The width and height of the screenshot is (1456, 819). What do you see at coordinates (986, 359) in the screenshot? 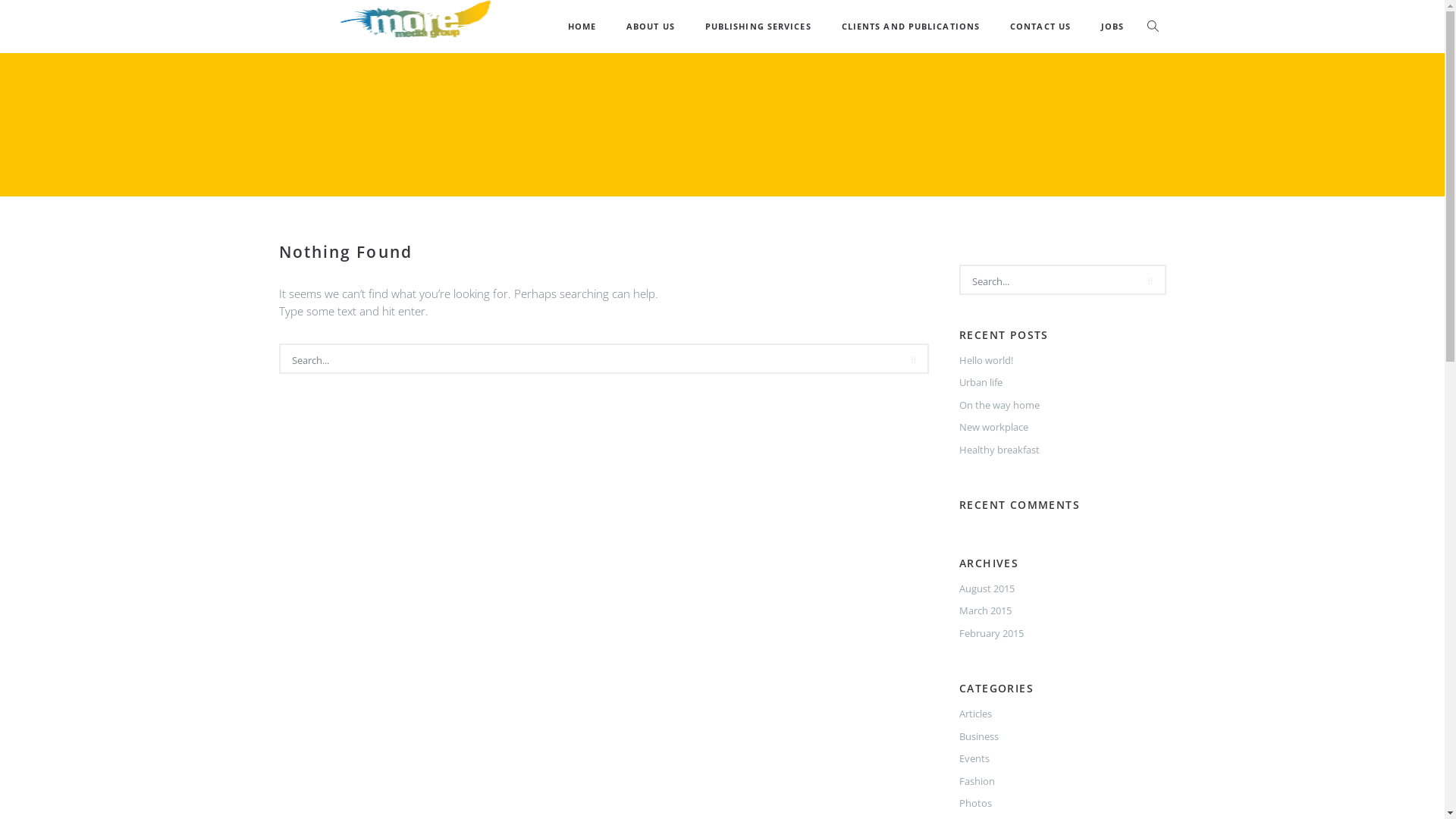
I see `'Hello world!'` at bounding box center [986, 359].